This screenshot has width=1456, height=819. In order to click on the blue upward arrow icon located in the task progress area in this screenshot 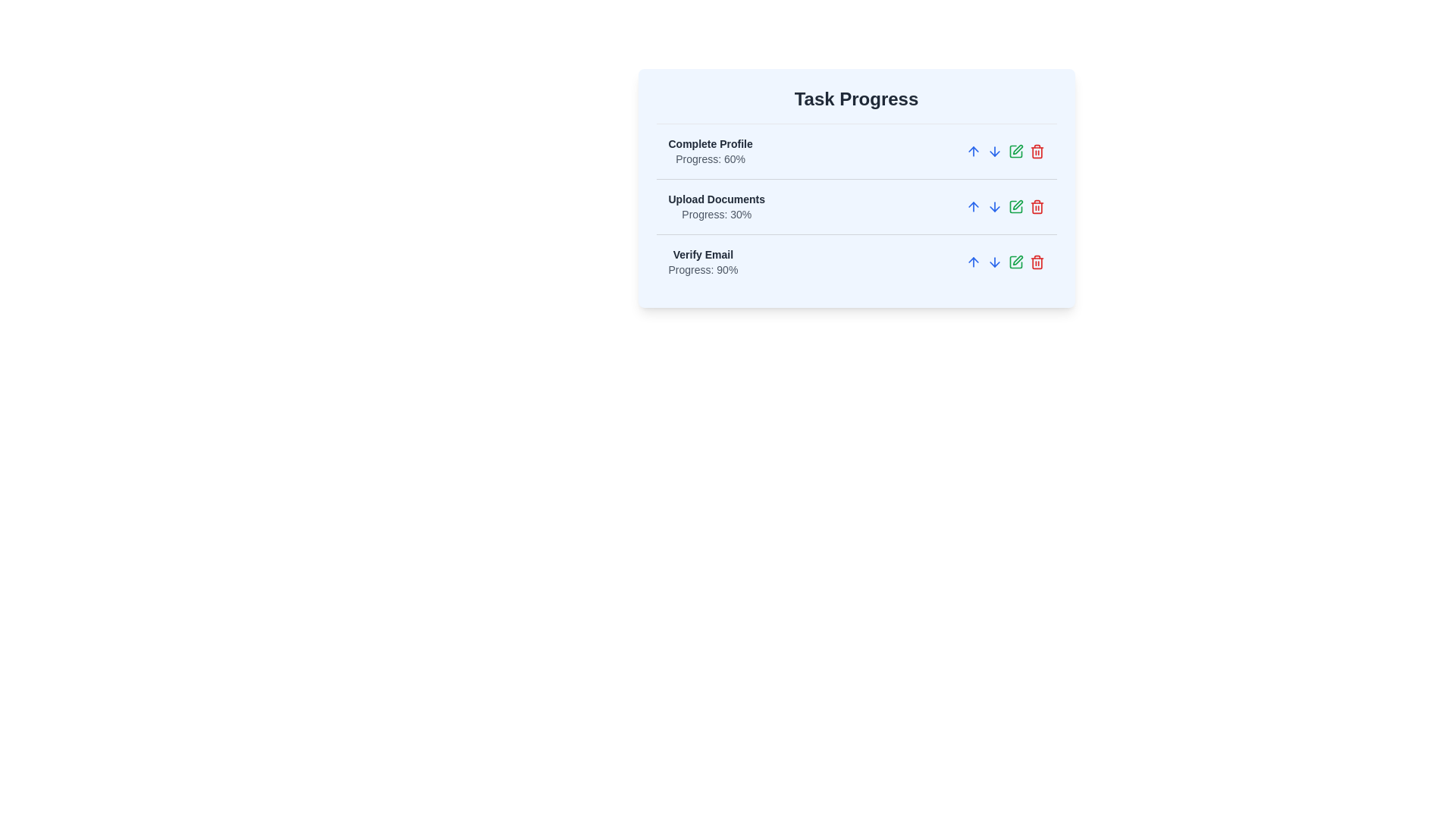, I will do `click(973, 152)`.